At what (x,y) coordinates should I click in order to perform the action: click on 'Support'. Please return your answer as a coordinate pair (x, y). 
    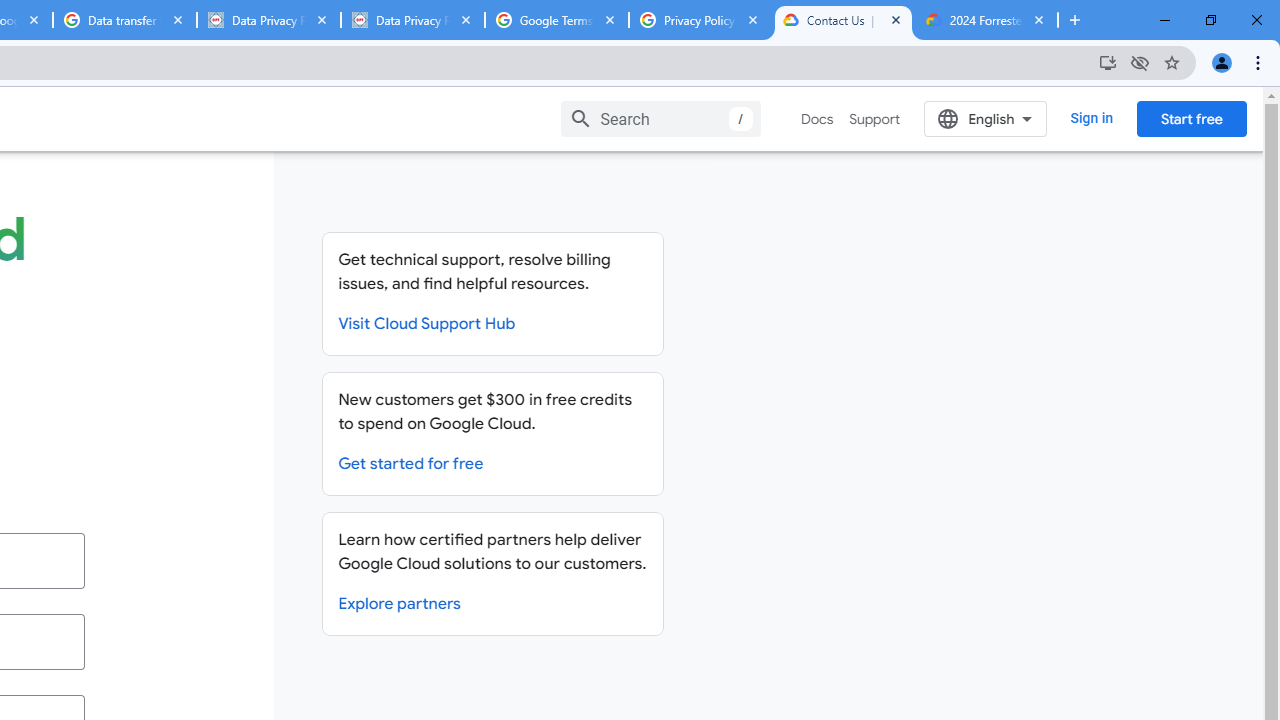
    Looking at the image, I should click on (874, 119).